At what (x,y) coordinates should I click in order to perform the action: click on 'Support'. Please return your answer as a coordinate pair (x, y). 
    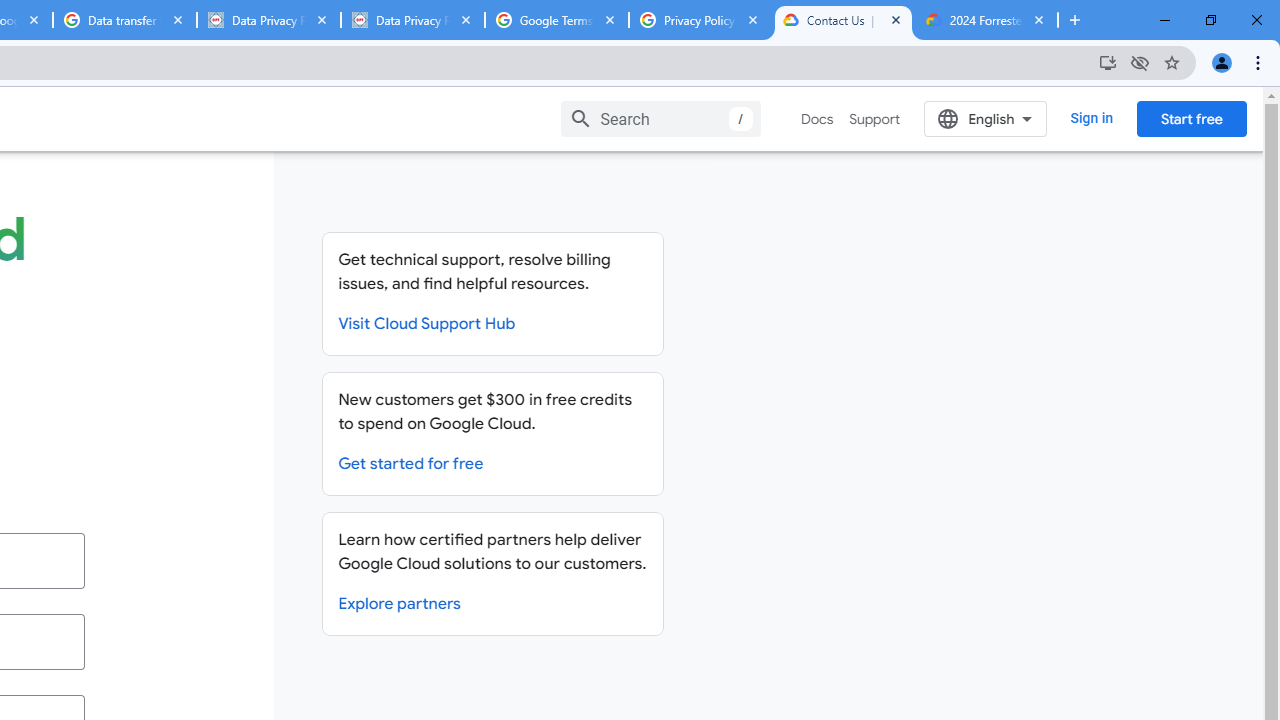
    Looking at the image, I should click on (874, 119).